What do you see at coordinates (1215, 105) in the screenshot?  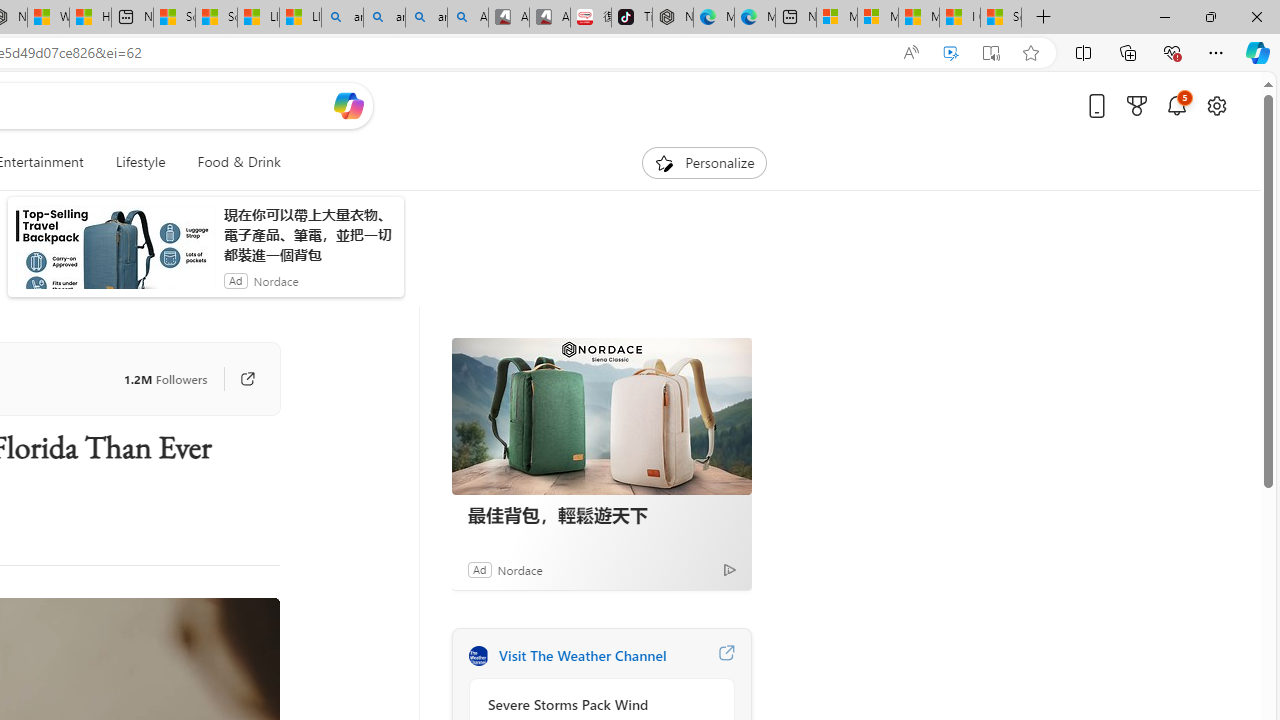 I see `'Open settings'` at bounding box center [1215, 105].